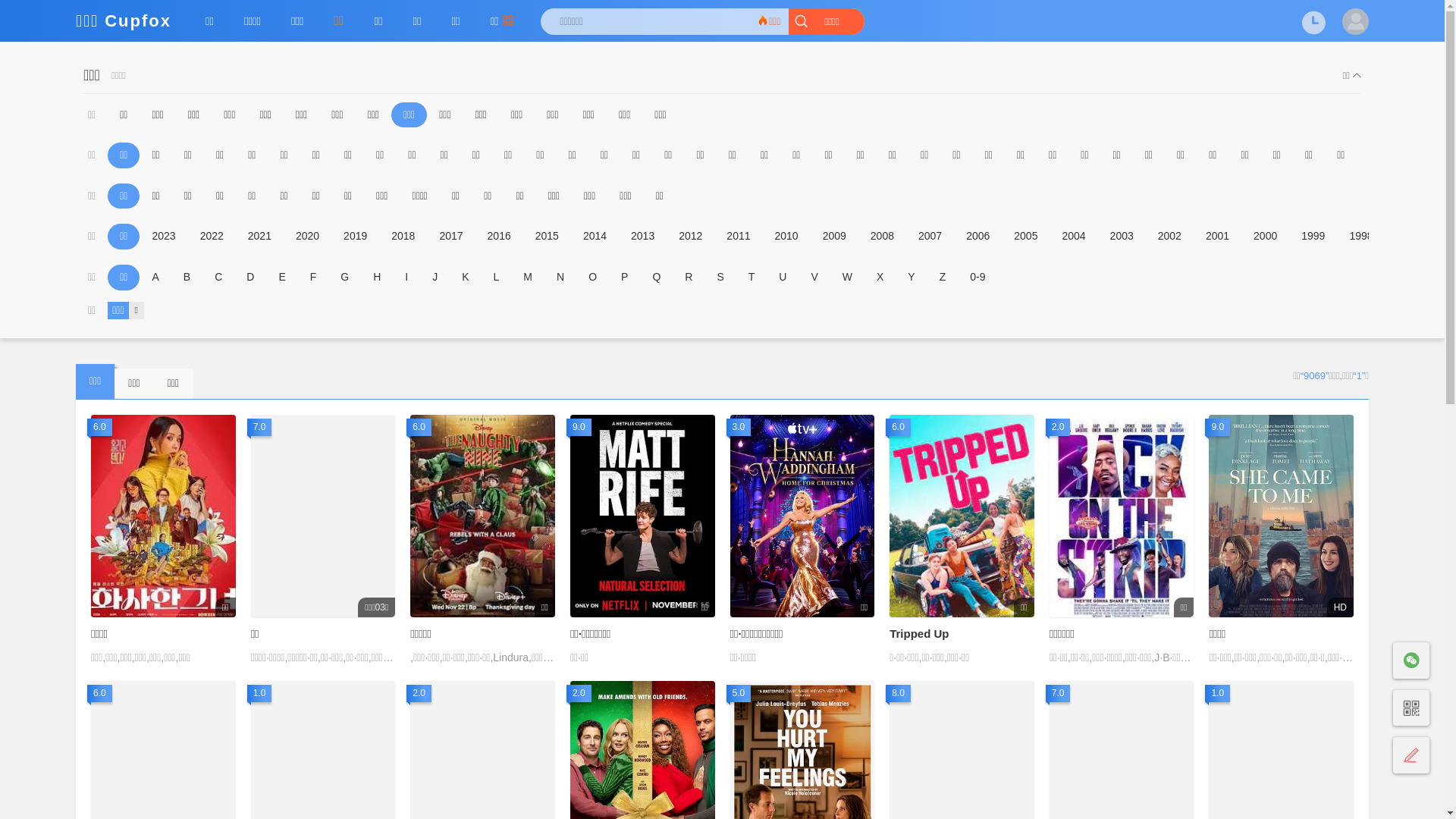 The height and width of the screenshot is (819, 1456). Describe the element at coordinates (813, 278) in the screenshot. I see `'V'` at that location.